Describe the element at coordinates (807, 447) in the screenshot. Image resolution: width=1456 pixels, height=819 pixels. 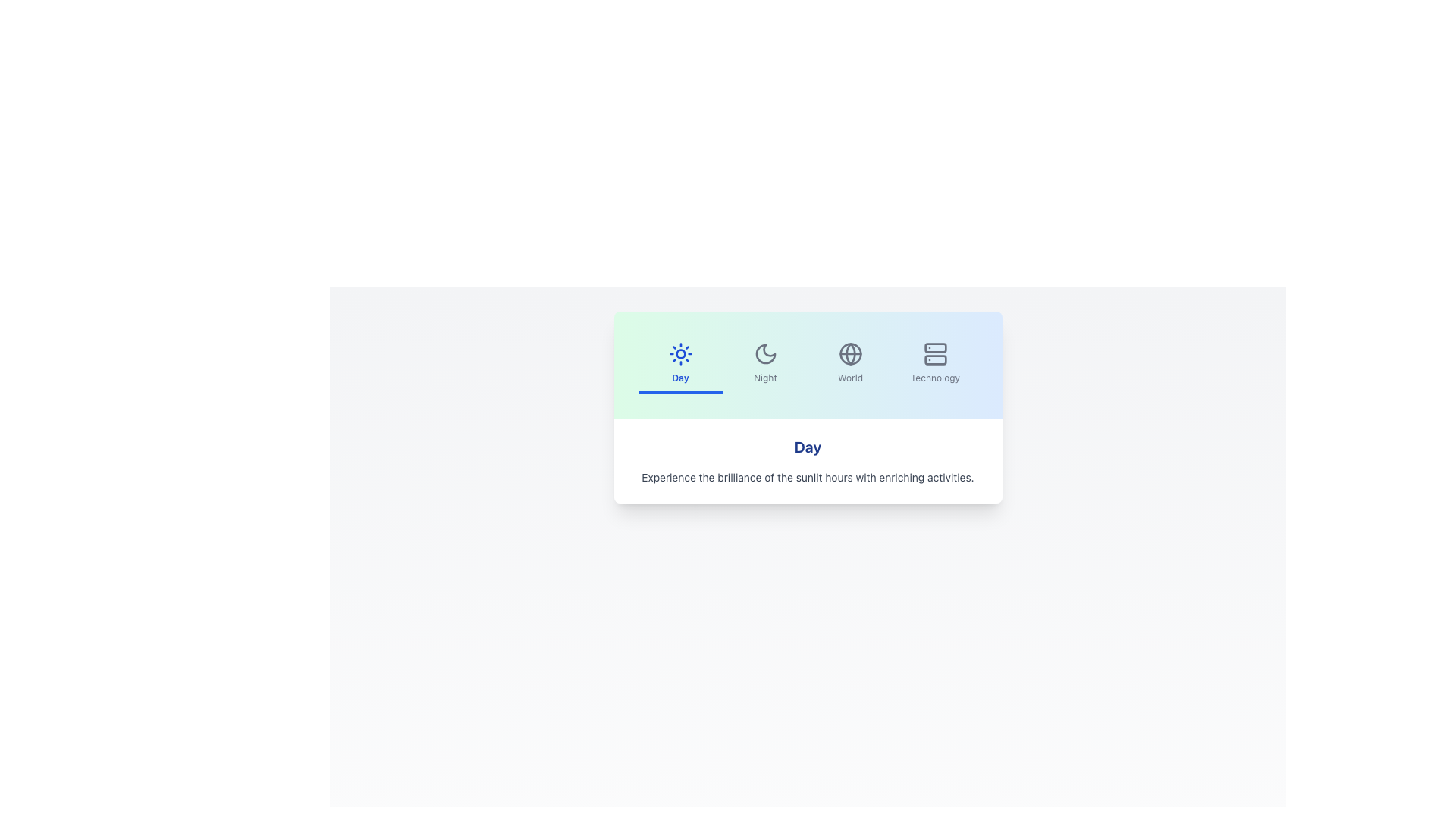
I see `the style of the heading text located at the top center of the white box with rounded corners, which indicates the category of the content below` at that location.